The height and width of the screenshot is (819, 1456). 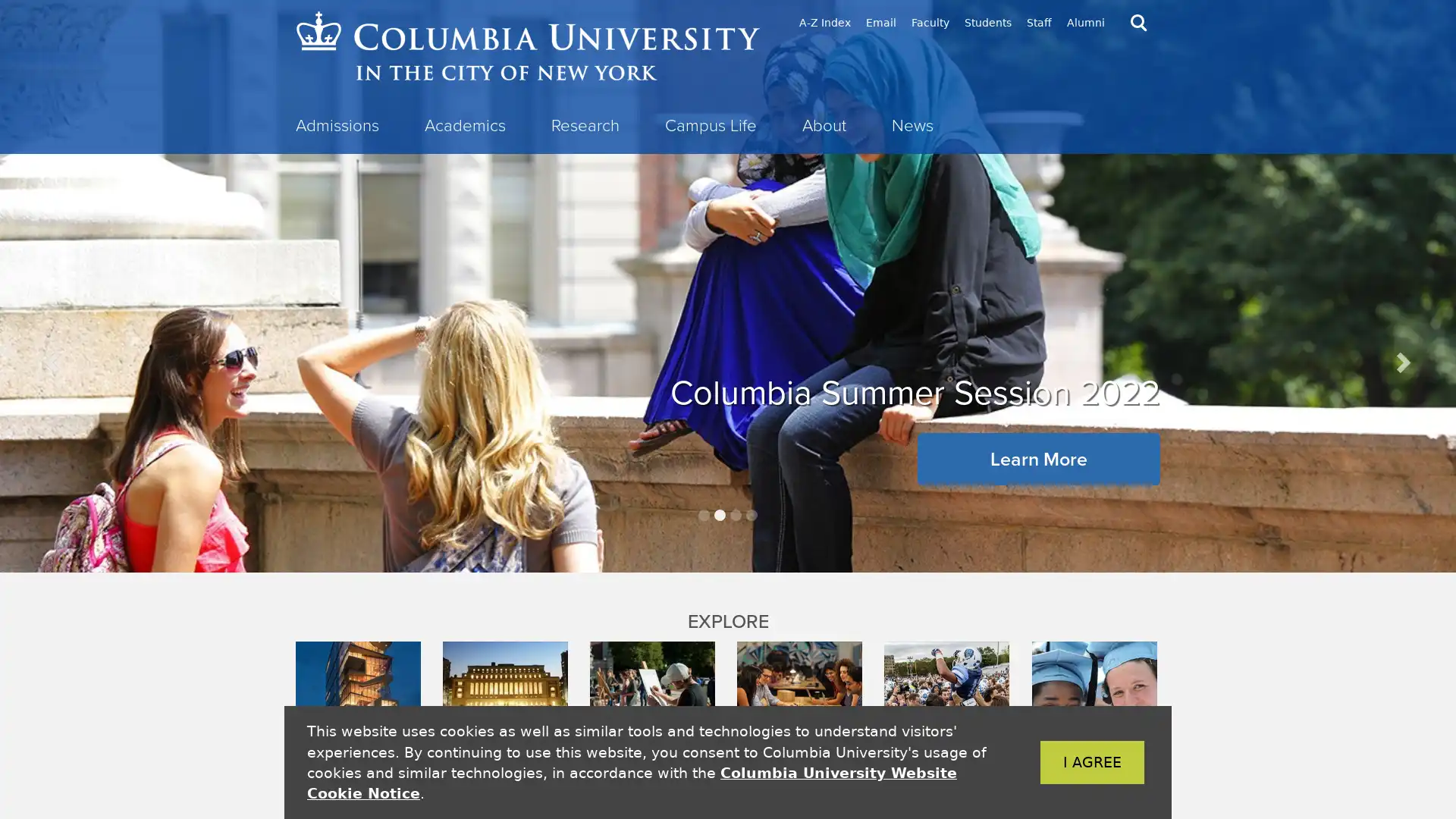 I want to click on Next, so click(x=1401, y=362).